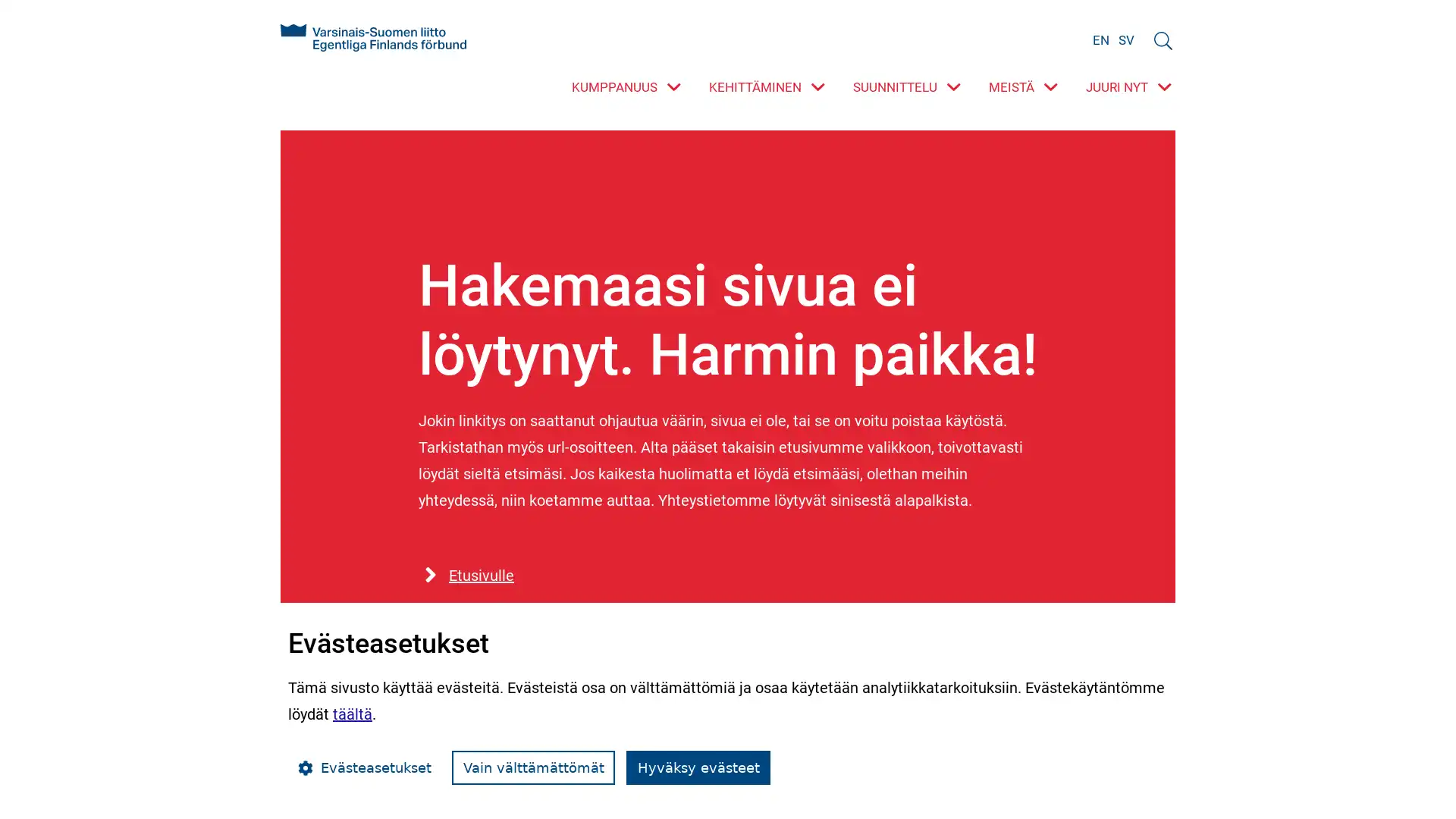  What do you see at coordinates (698, 767) in the screenshot?
I see `Hyvaksy evasteet` at bounding box center [698, 767].